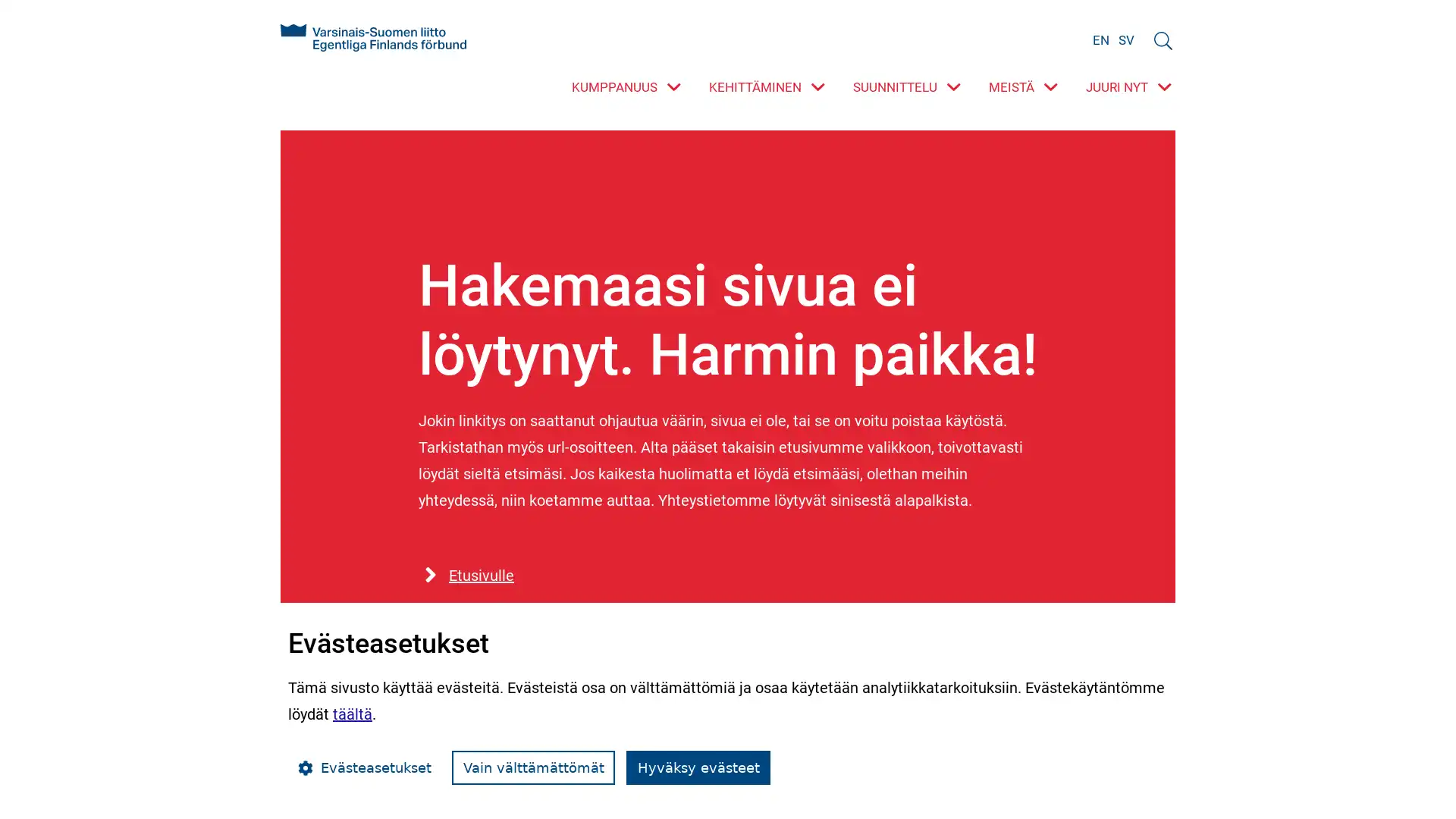  What do you see at coordinates (698, 767) in the screenshot?
I see `Hyvaksy evasteet` at bounding box center [698, 767].